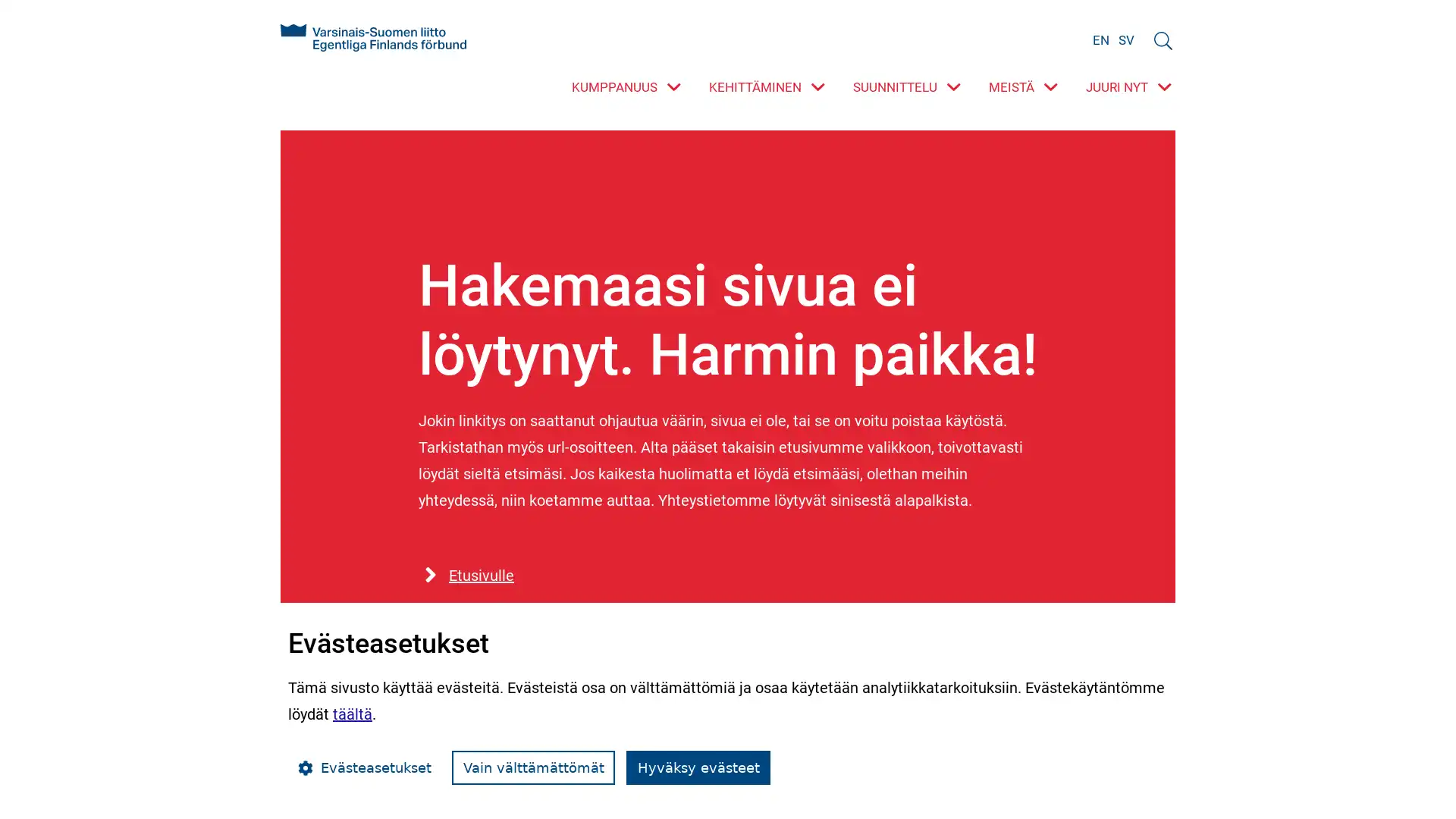  What do you see at coordinates (698, 767) in the screenshot?
I see `Hyvaksy evasteet` at bounding box center [698, 767].